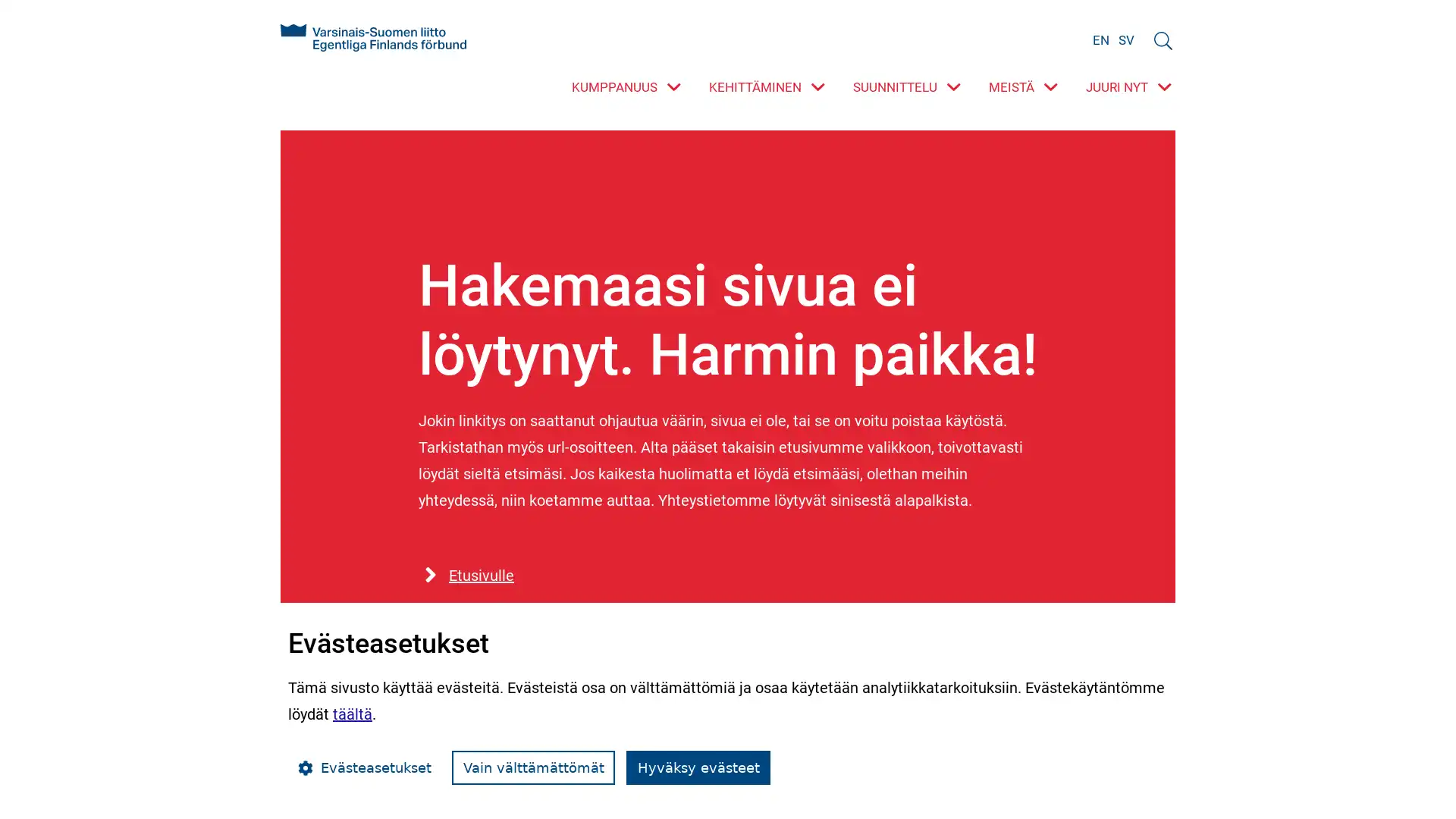  What do you see at coordinates (698, 767) in the screenshot?
I see `Hyvaksy evasteet` at bounding box center [698, 767].